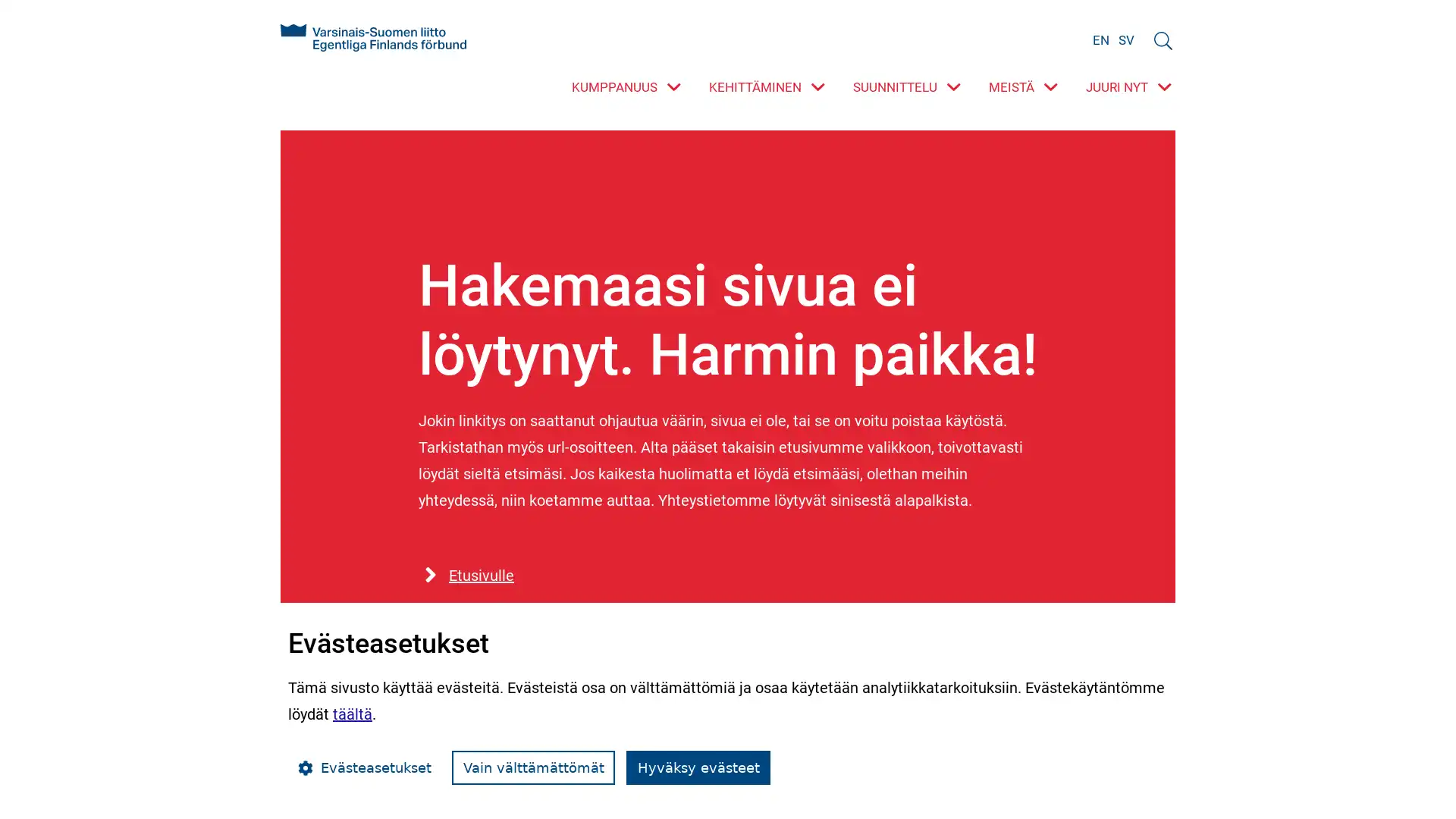  What do you see at coordinates (698, 767) in the screenshot?
I see `Hyvaksy evasteet` at bounding box center [698, 767].